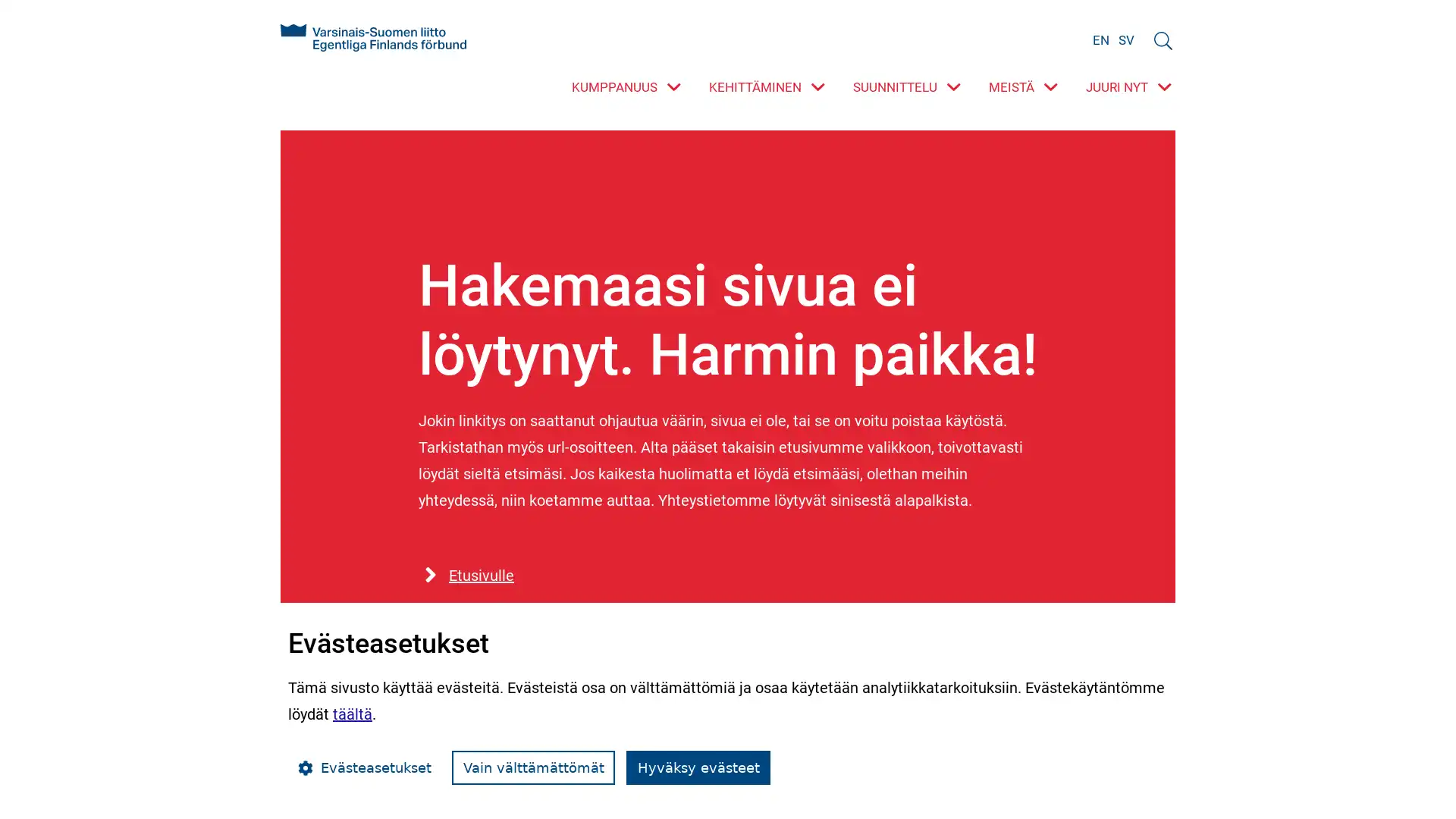  What do you see at coordinates (698, 767) in the screenshot?
I see `Hyvaksy evasteet` at bounding box center [698, 767].